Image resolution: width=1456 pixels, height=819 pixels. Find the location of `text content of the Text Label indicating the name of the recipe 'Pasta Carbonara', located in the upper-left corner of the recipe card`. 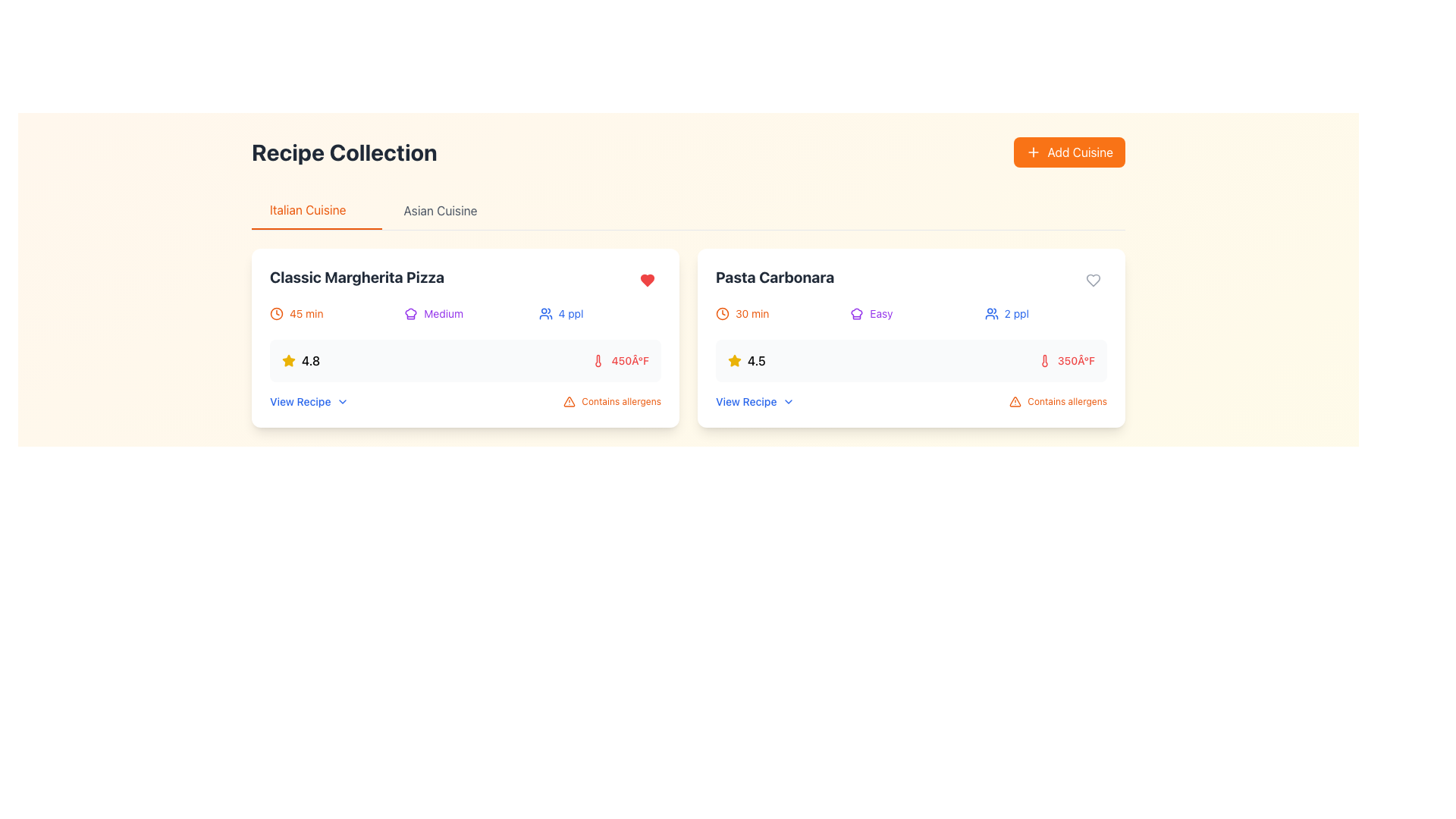

text content of the Text Label indicating the name of the recipe 'Pasta Carbonara', located in the upper-left corner of the recipe card is located at coordinates (775, 278).